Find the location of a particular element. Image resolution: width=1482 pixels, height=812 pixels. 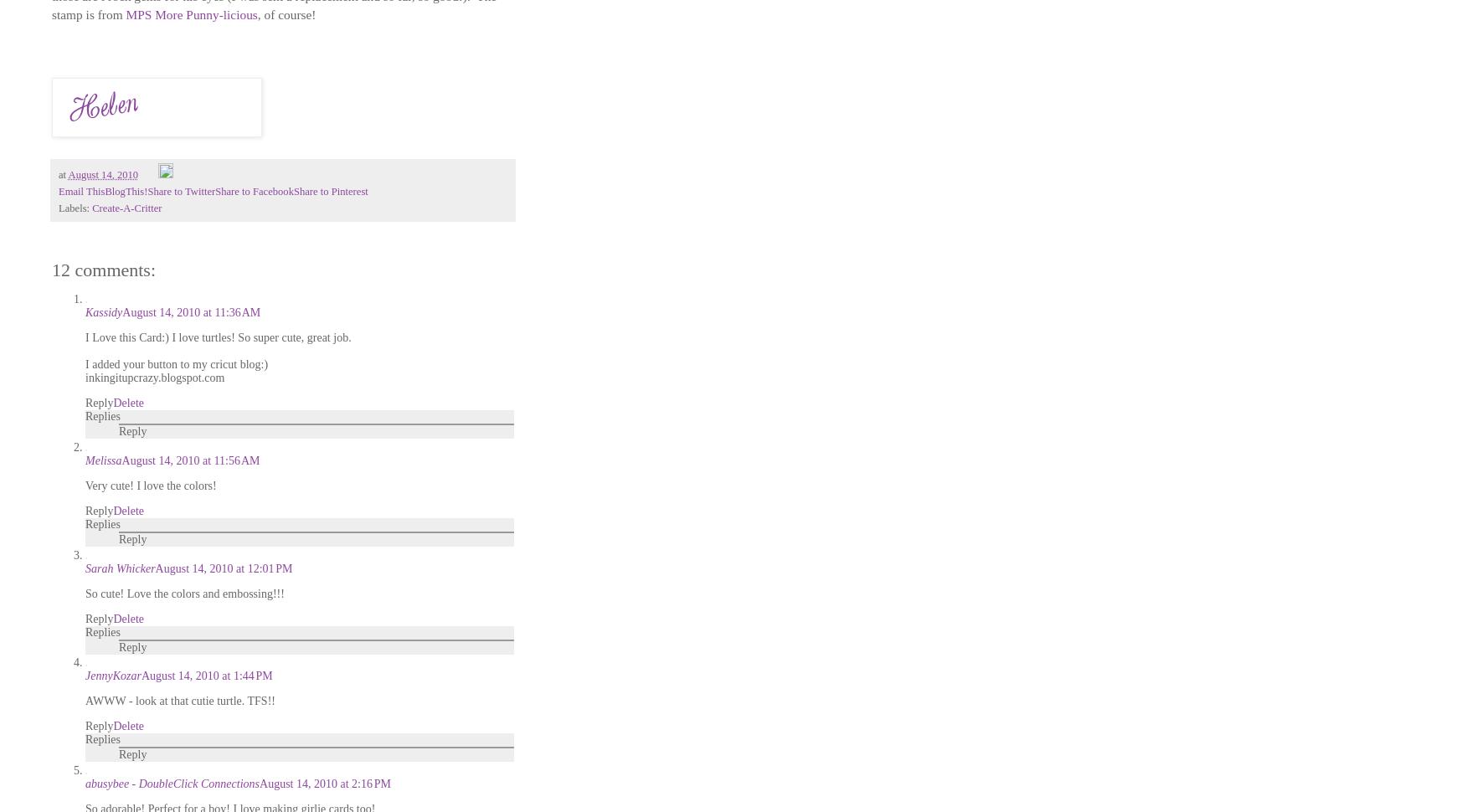

'August 14, 2010 at 1:44 PM' is located at coordinates (206, 676).